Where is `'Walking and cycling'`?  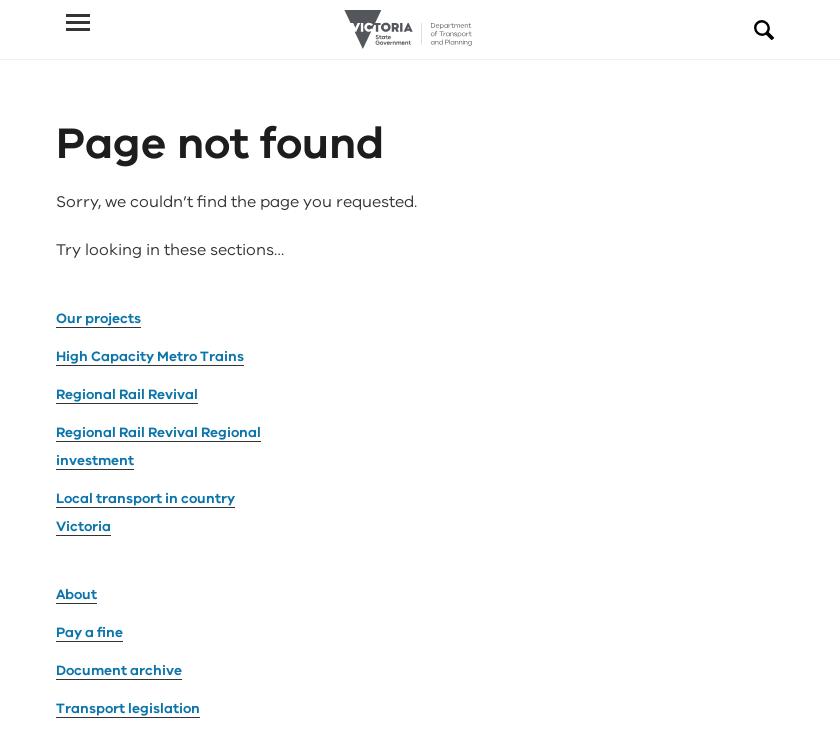 'Walking and cycling' is located at coordinates (124, 586).